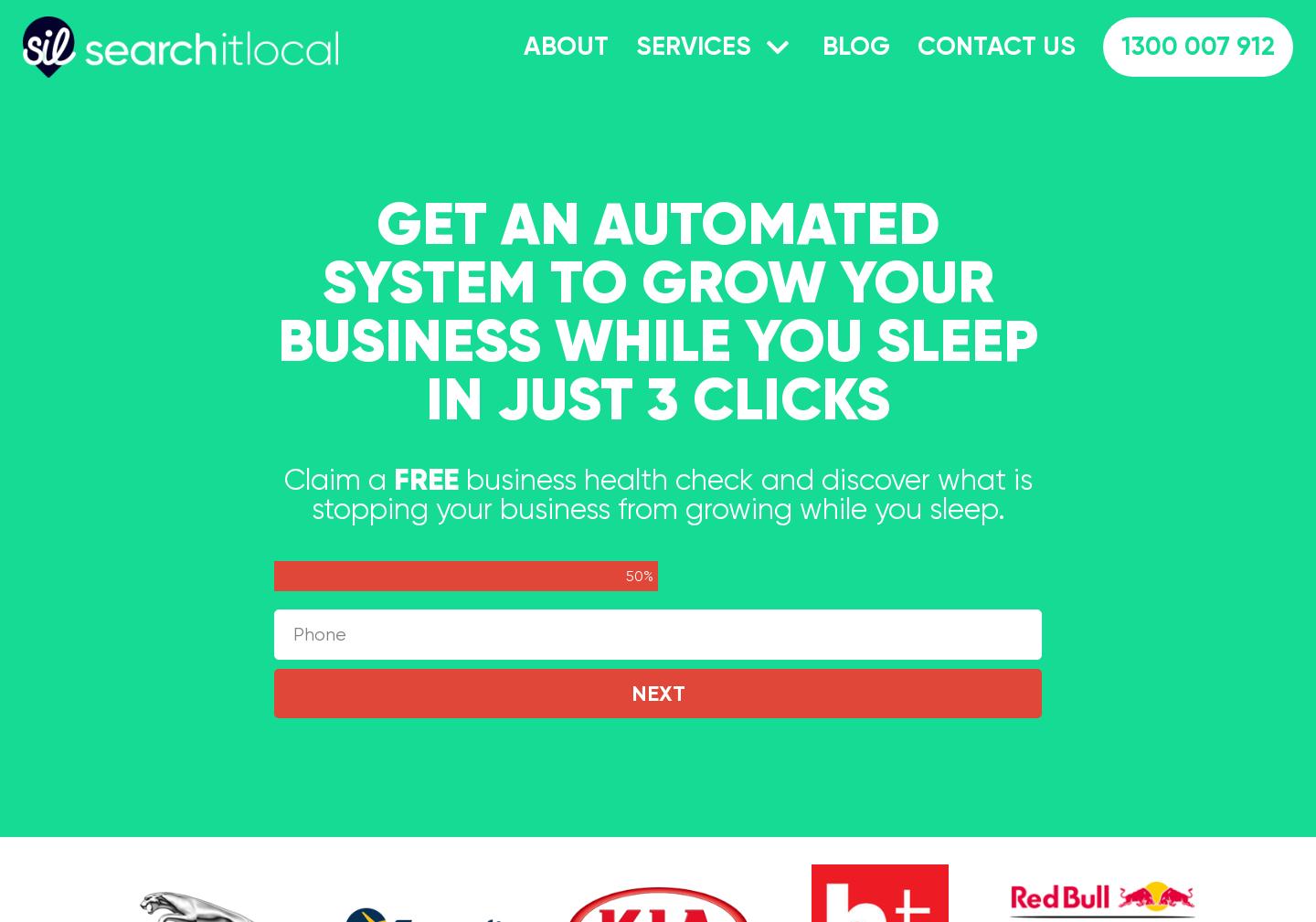 The width and height of the screenshot is (1316, 922). Describe the element at coordinates (565, 45) in the screenshot. I see `'About'` at that location.